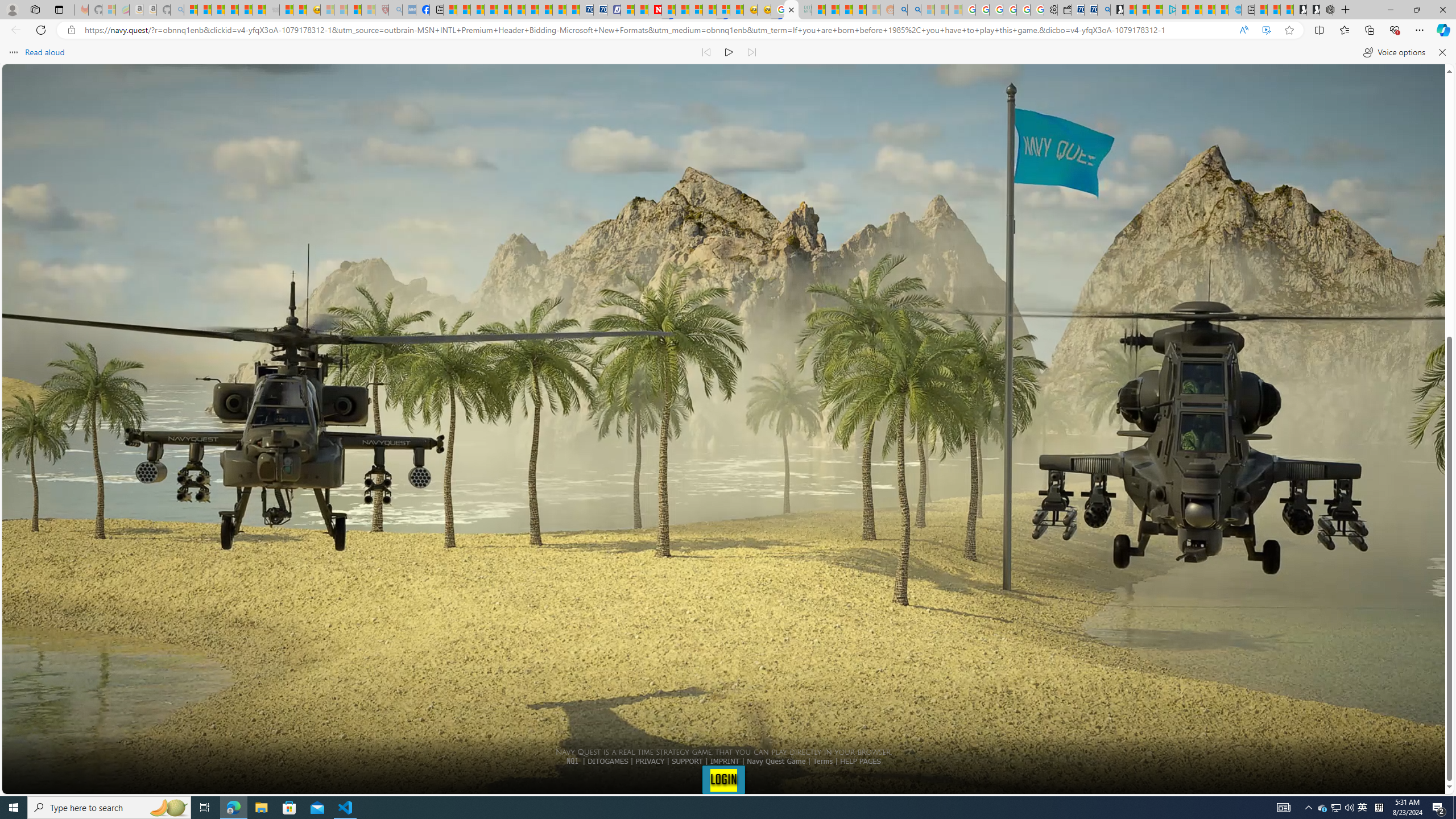  I want to click on 'Cheap Car Rentals - Save70.com', so click(1090, 9).